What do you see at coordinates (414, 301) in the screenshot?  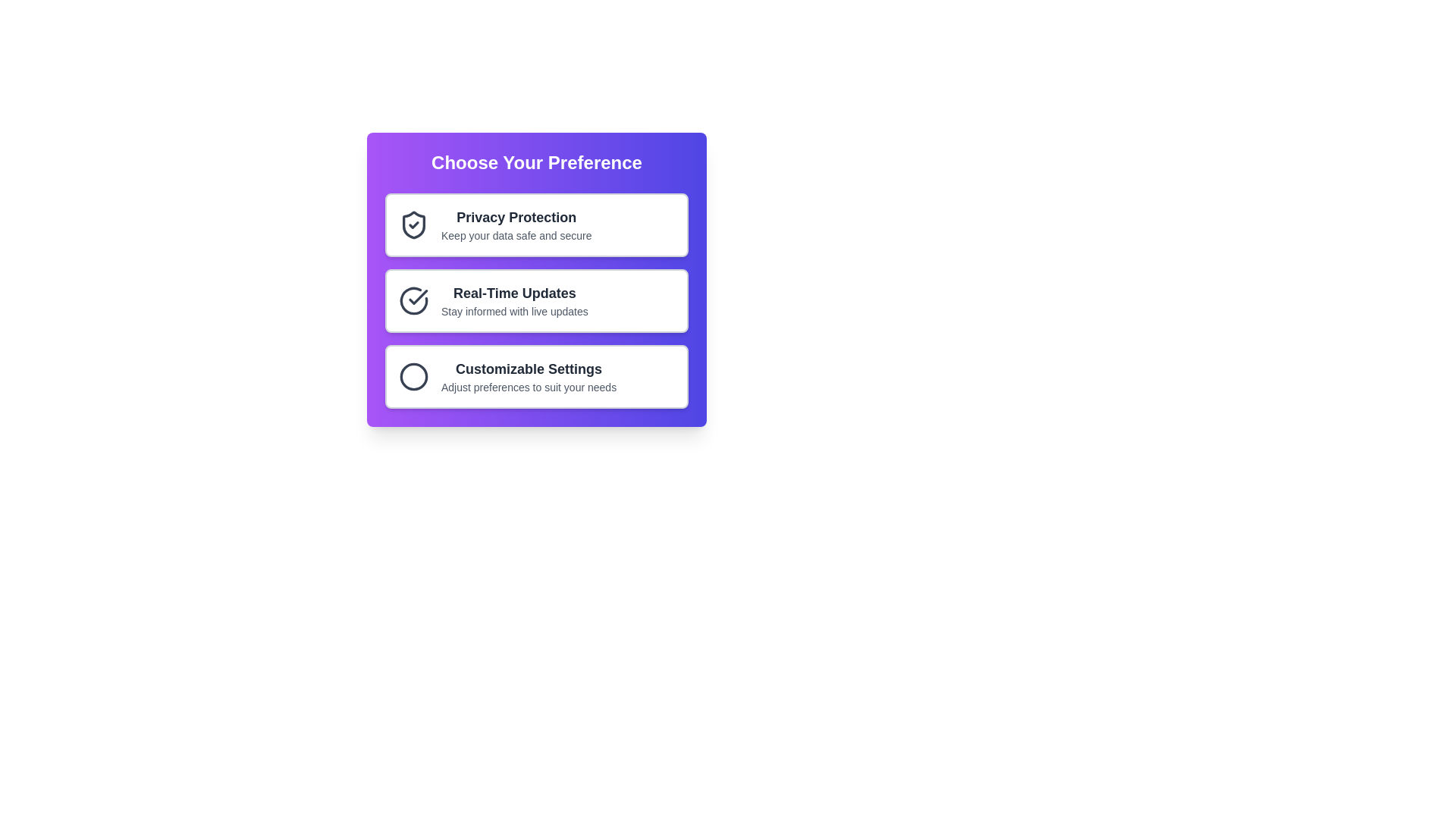 I see `the selection status icon for 'Real-Time Updates'` at bounding box center [414, 301].